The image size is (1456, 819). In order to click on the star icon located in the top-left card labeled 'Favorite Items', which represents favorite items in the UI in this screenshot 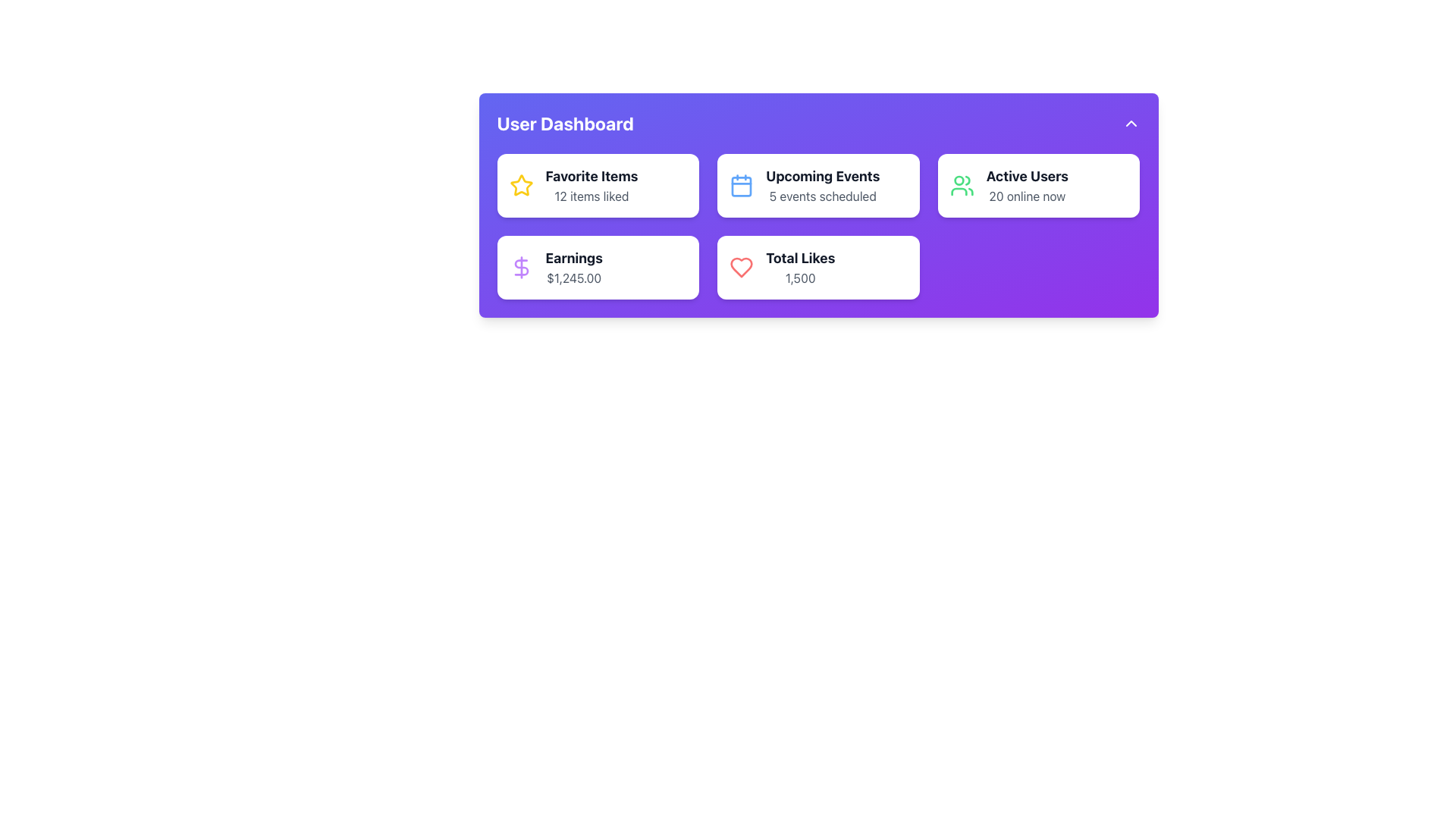, I will do `click(520, 184)`.